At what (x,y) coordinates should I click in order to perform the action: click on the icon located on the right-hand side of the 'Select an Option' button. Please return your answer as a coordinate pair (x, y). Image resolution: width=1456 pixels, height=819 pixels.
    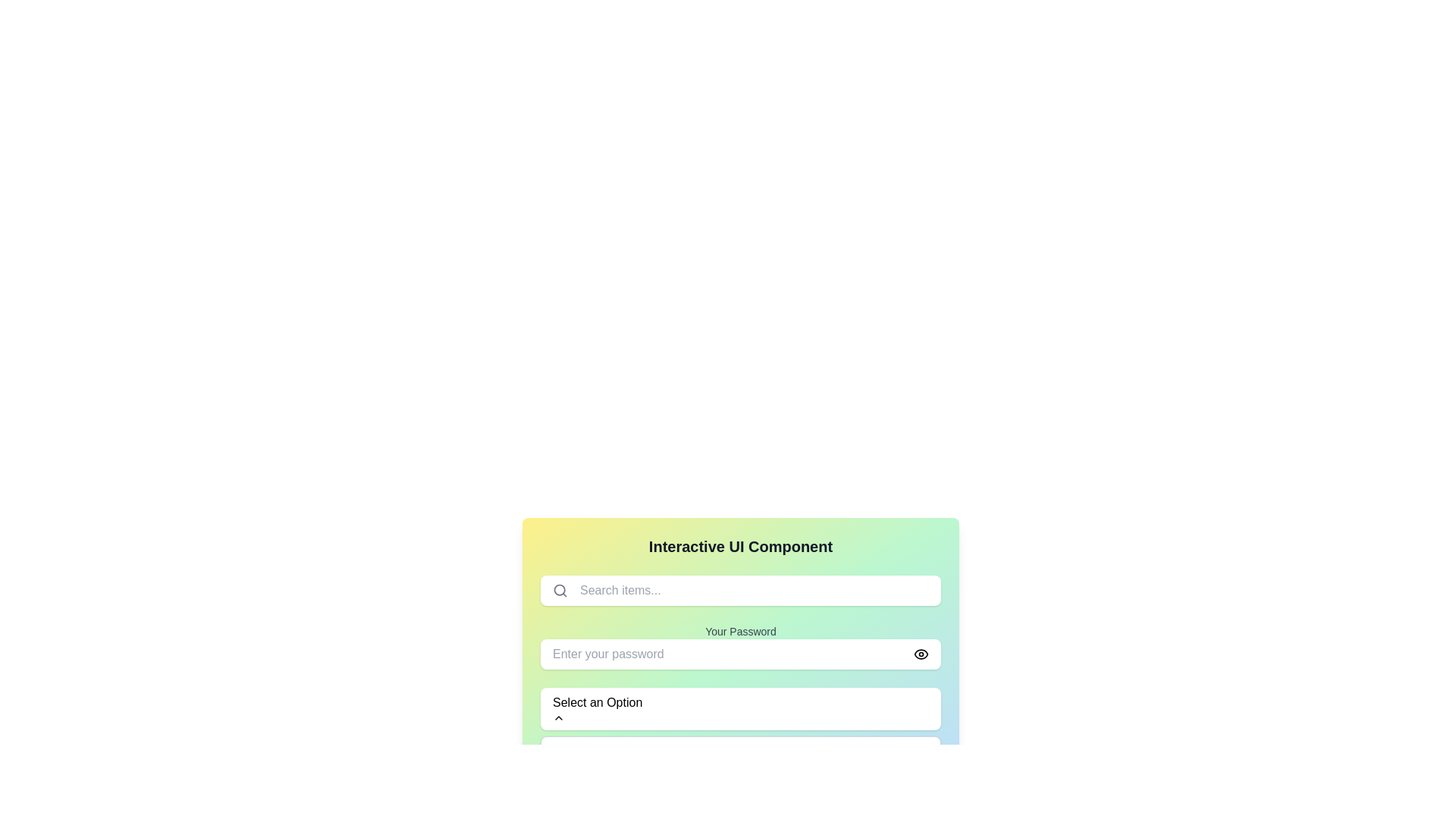
    Looking at the image, I should click on (558, 717).